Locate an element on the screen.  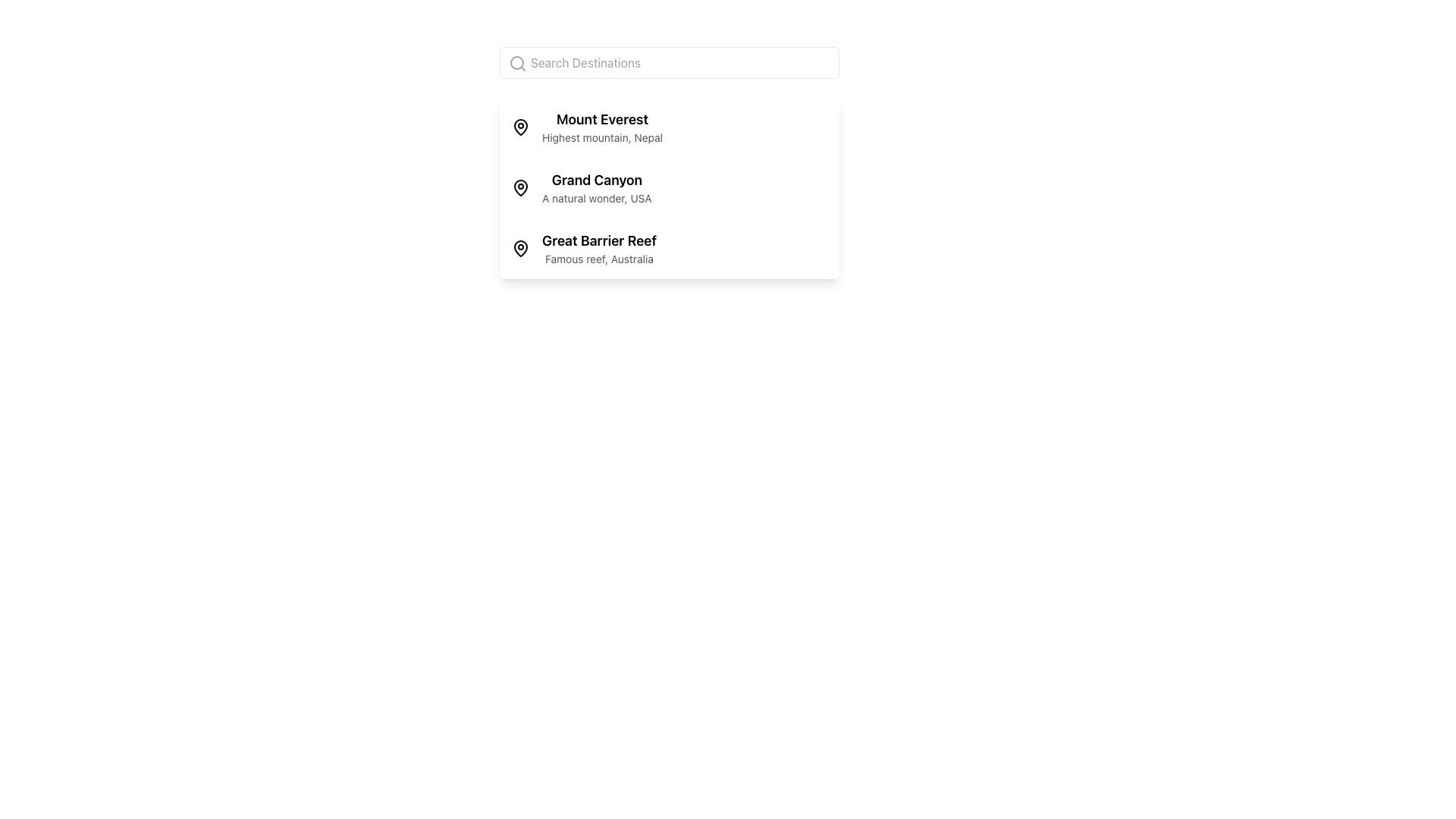
the text label reading 'Highest mountain, Nepal' located below the title 'Mount Everest' in the dropdown menu is located at coordinates (601, 137).